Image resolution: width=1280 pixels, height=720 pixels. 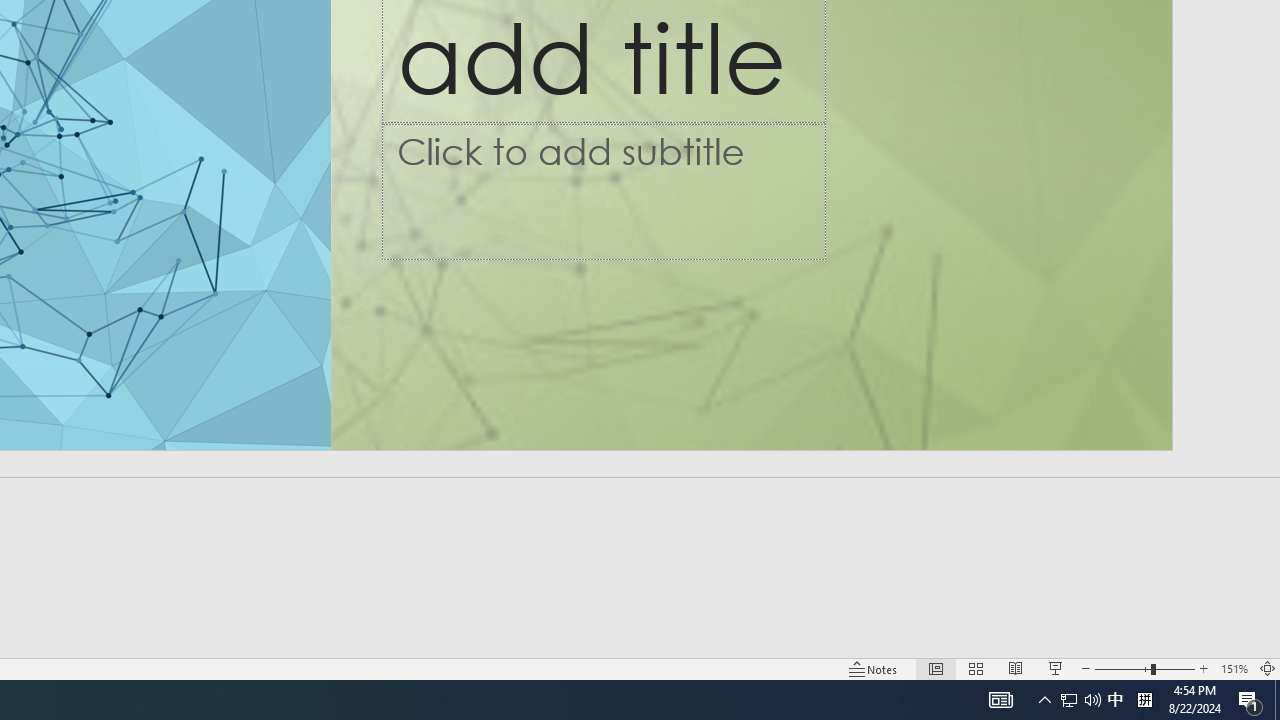 What do you see at coordinates (1233, 669) in the screenshot?
I see `'Zoom 151%'` at bounding box center [1233, 669].